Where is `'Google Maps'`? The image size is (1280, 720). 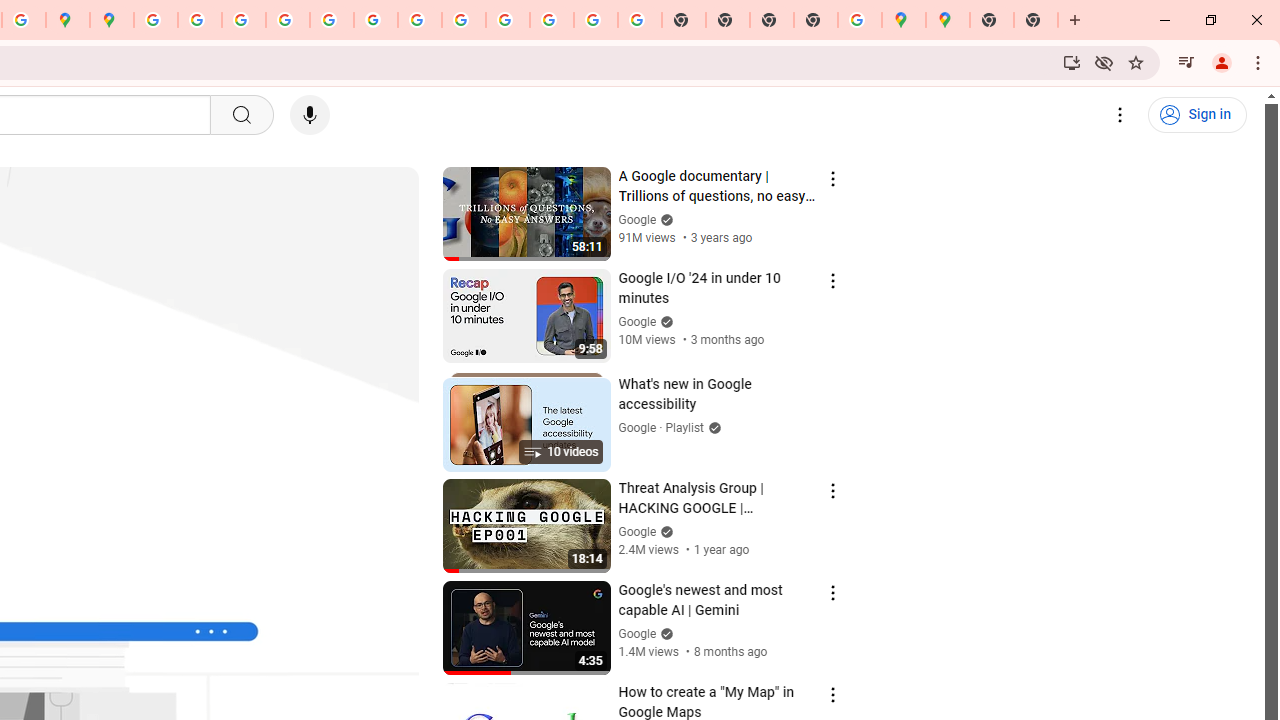 'Google Maps' is located at coordinates (902, 20).